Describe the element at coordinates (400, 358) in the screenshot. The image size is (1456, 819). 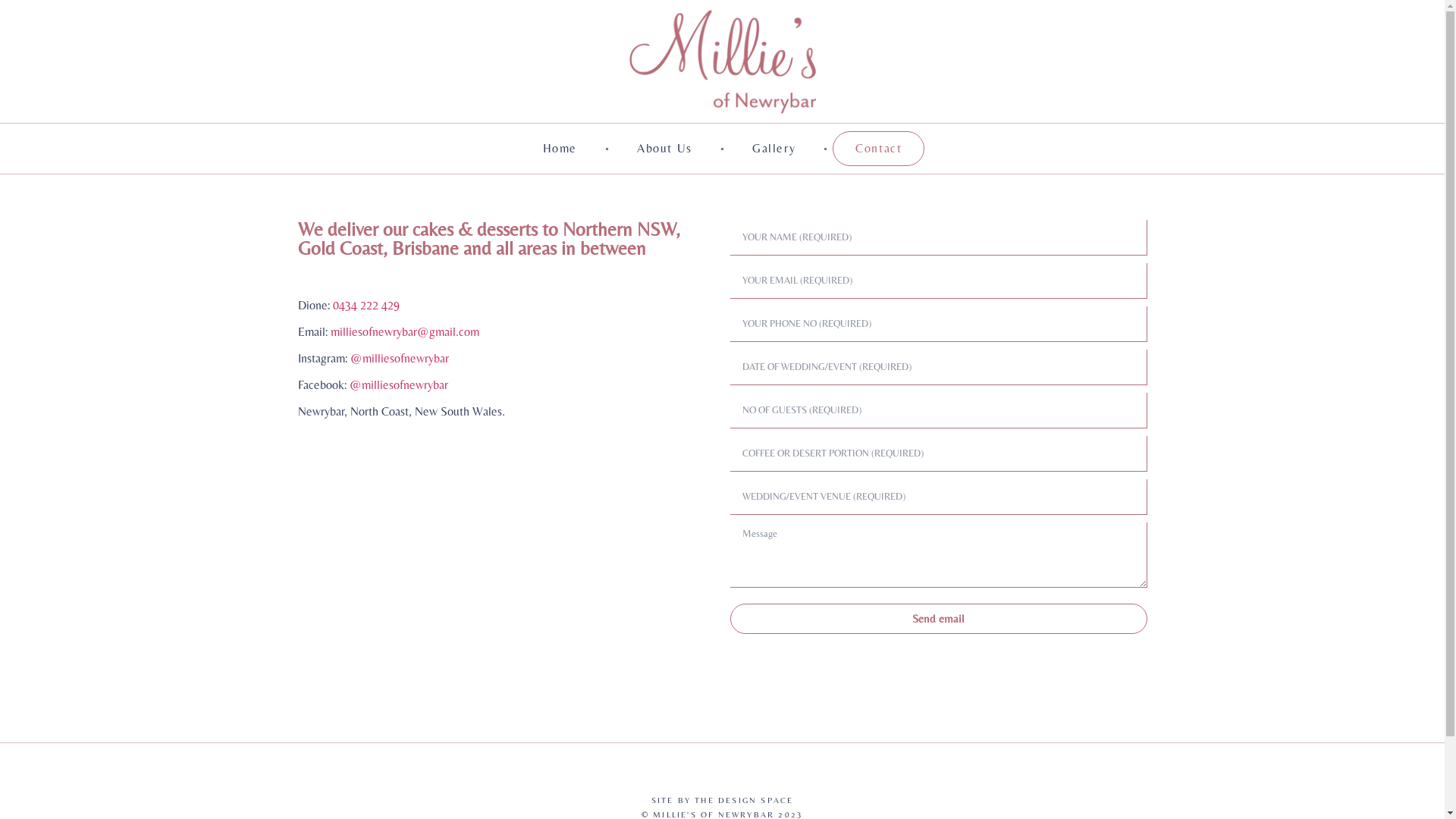
I see `'@milliesofnewrybar'` at that location.